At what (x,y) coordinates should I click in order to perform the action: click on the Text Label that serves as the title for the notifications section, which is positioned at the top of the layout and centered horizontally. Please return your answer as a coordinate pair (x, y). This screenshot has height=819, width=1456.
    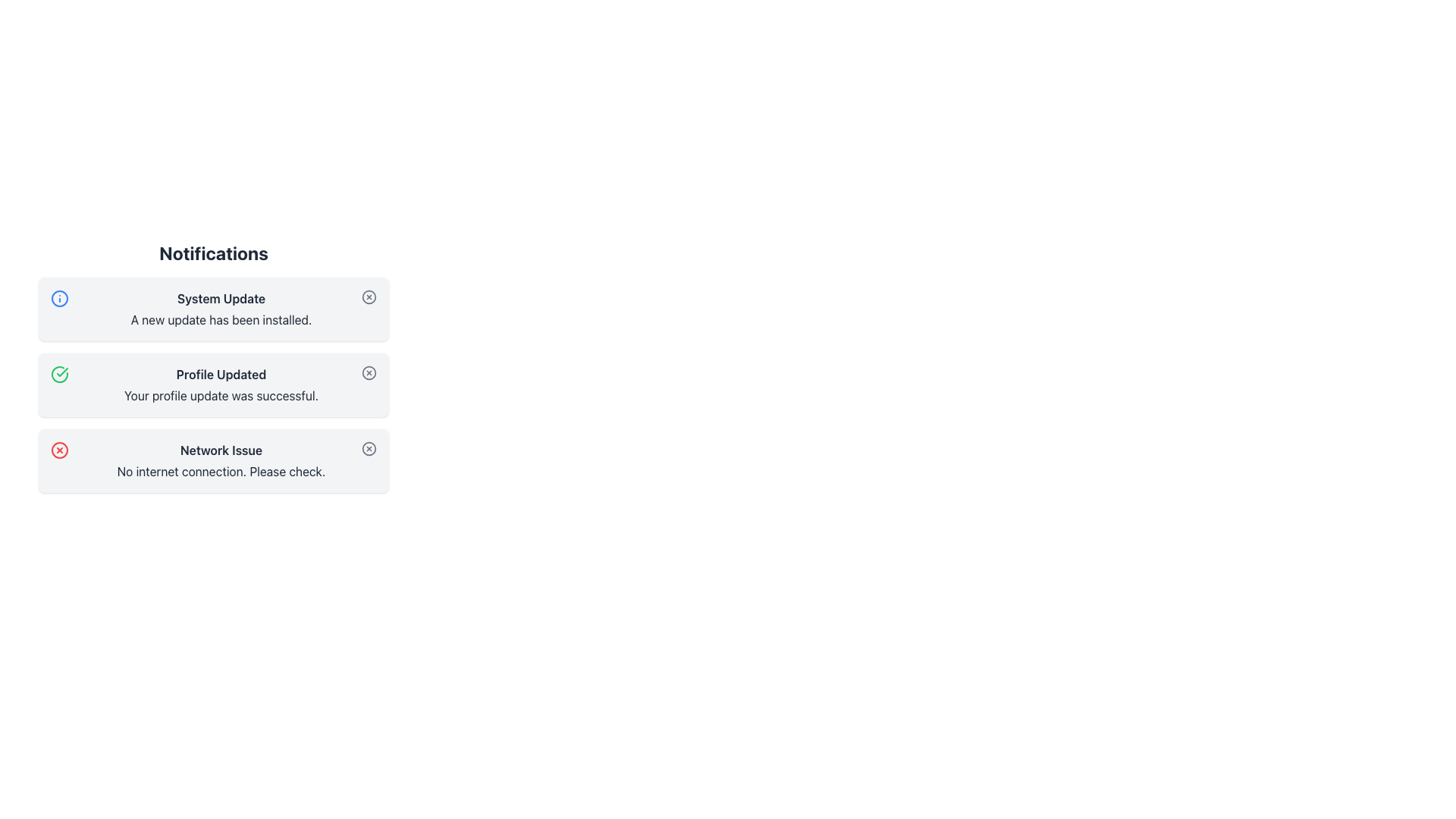
    Looking at the image, I should click on (213, 253).